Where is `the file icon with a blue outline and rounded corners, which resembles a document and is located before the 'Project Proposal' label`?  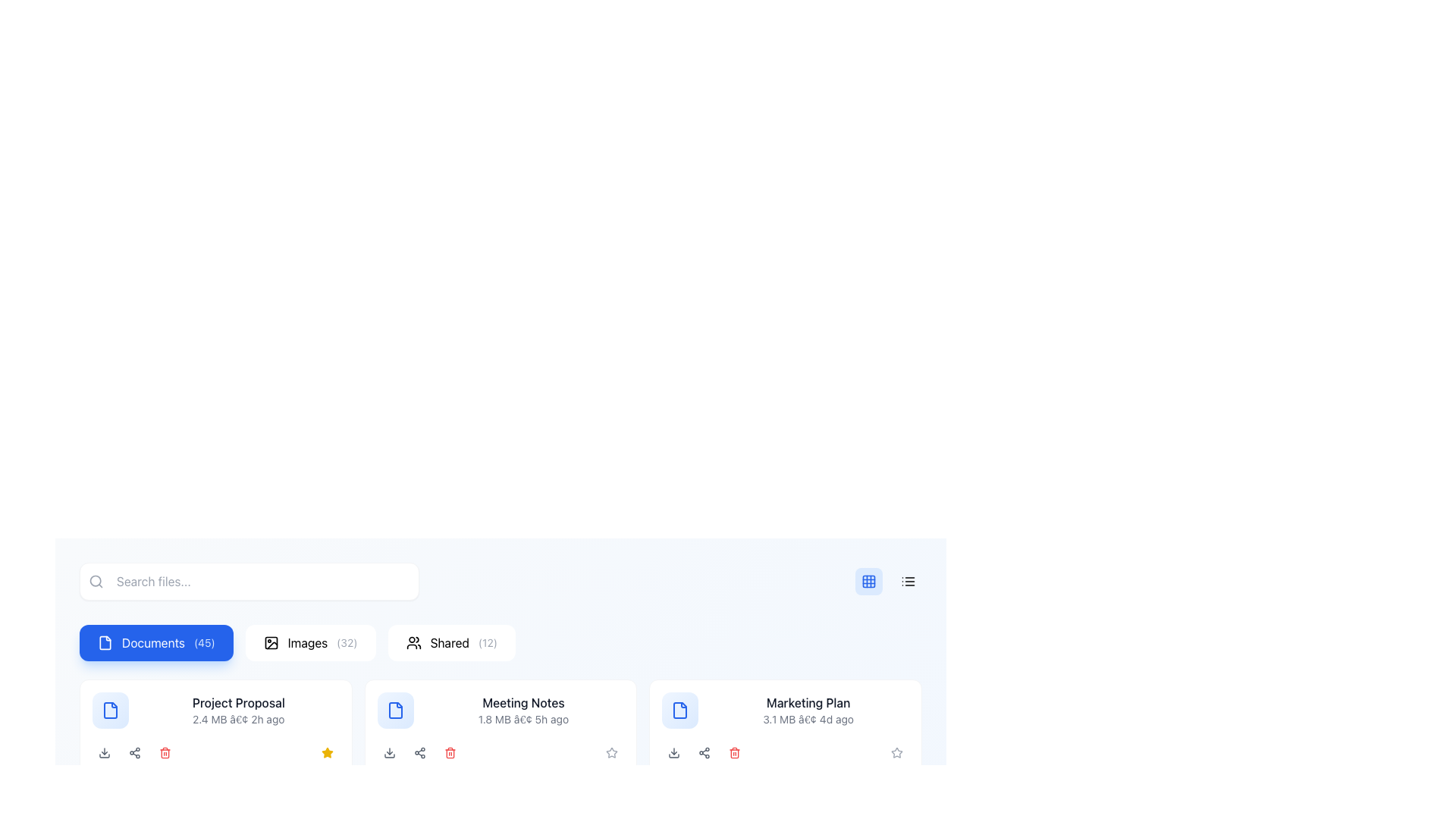 the file icon with a blue outline and rounded corners, which resembles a document and is located before the 'Project Proposal' label is located at coordinates (109, 711).